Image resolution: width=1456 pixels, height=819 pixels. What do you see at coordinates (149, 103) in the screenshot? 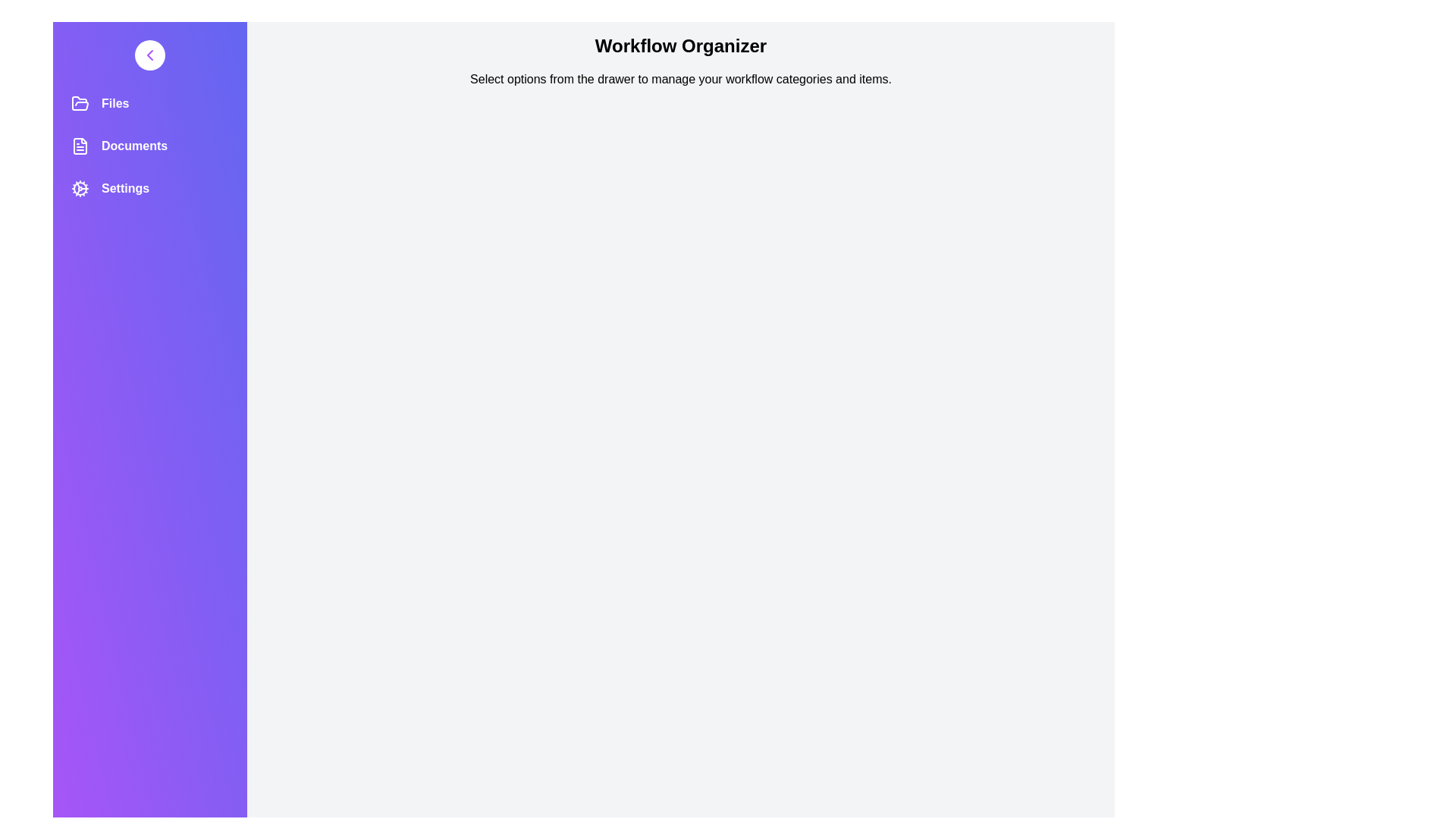
I see `the 'Files' category in the navigation drawer` at bounding box center [149, 103].